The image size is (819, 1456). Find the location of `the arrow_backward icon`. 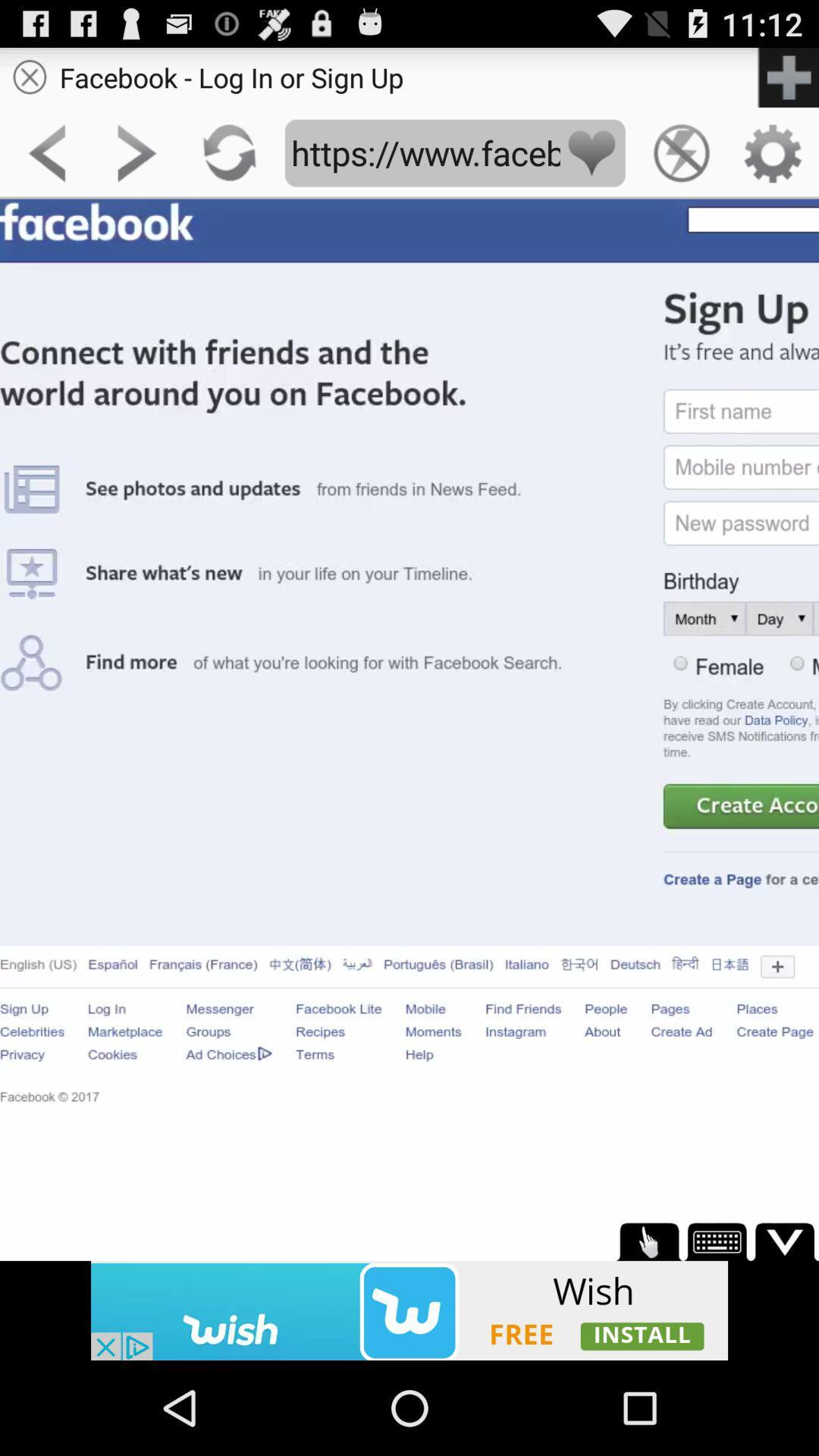

the arrow_backward icon is located at coordinates (45, 164).